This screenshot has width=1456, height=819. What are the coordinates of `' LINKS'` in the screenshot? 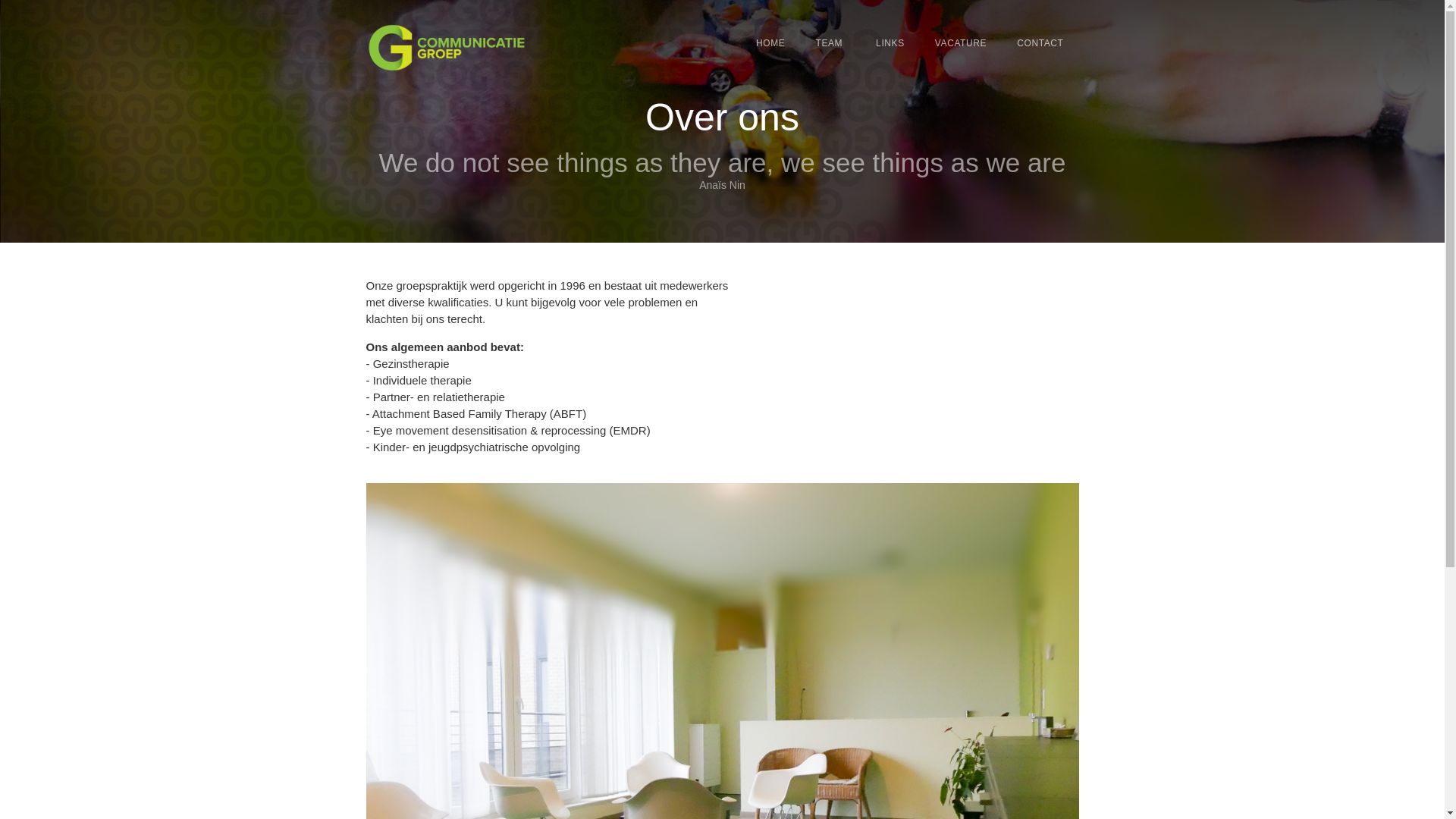 It's located at (888, 42).